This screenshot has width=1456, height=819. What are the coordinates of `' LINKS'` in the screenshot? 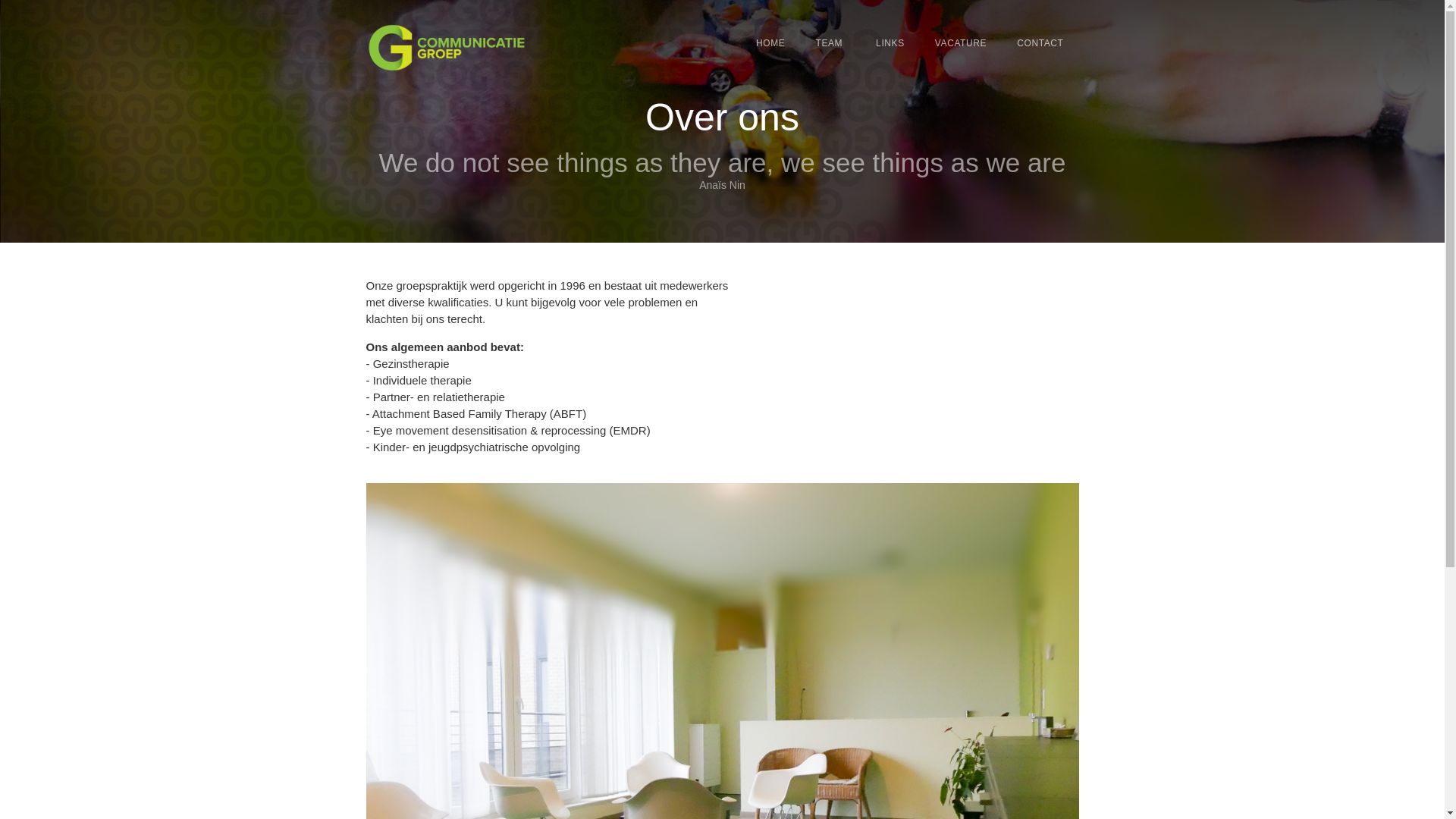 It's located at (888, 42).